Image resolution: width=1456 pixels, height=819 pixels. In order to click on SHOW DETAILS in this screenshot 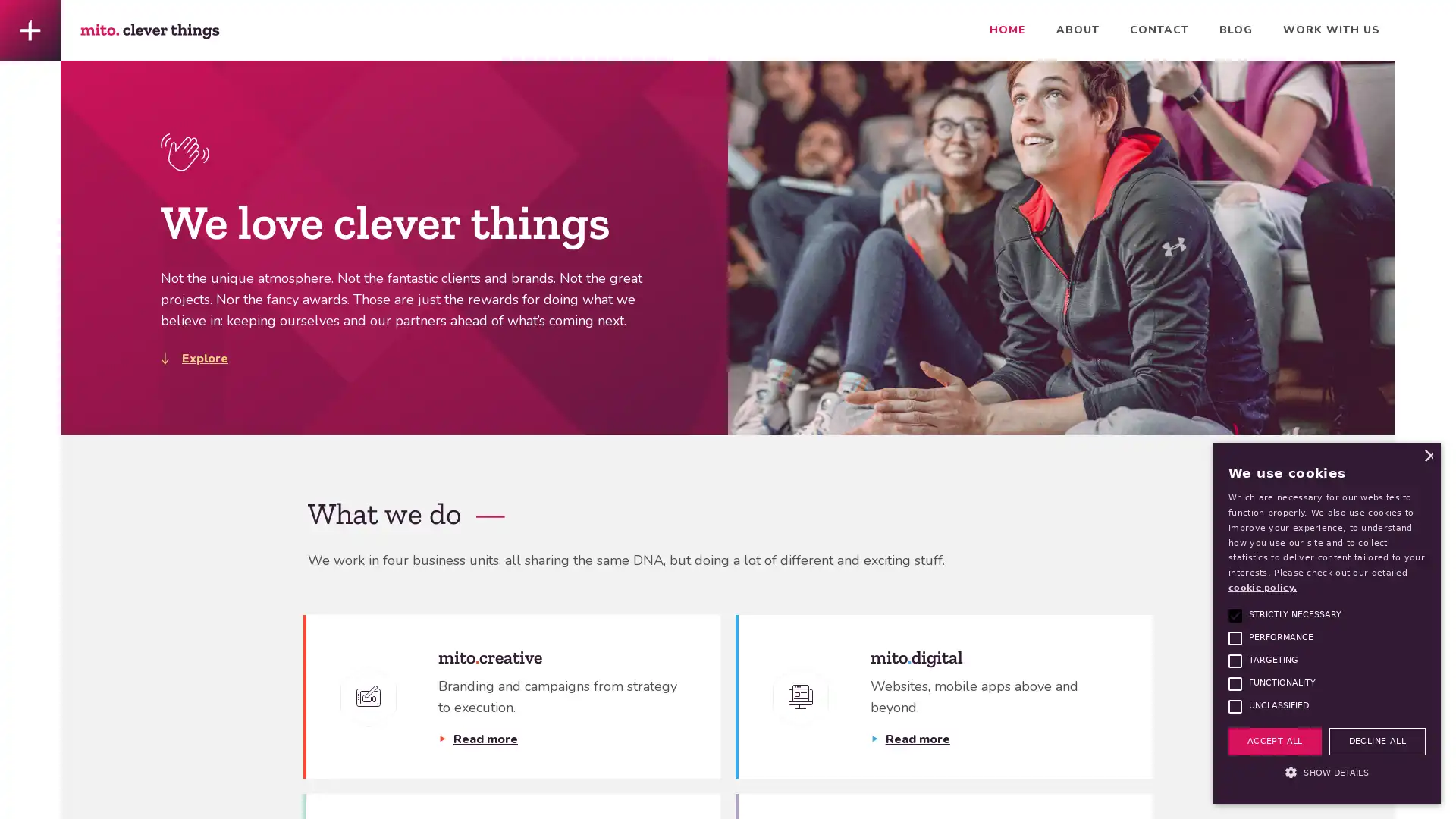, I will do `click(1326, 773)`.